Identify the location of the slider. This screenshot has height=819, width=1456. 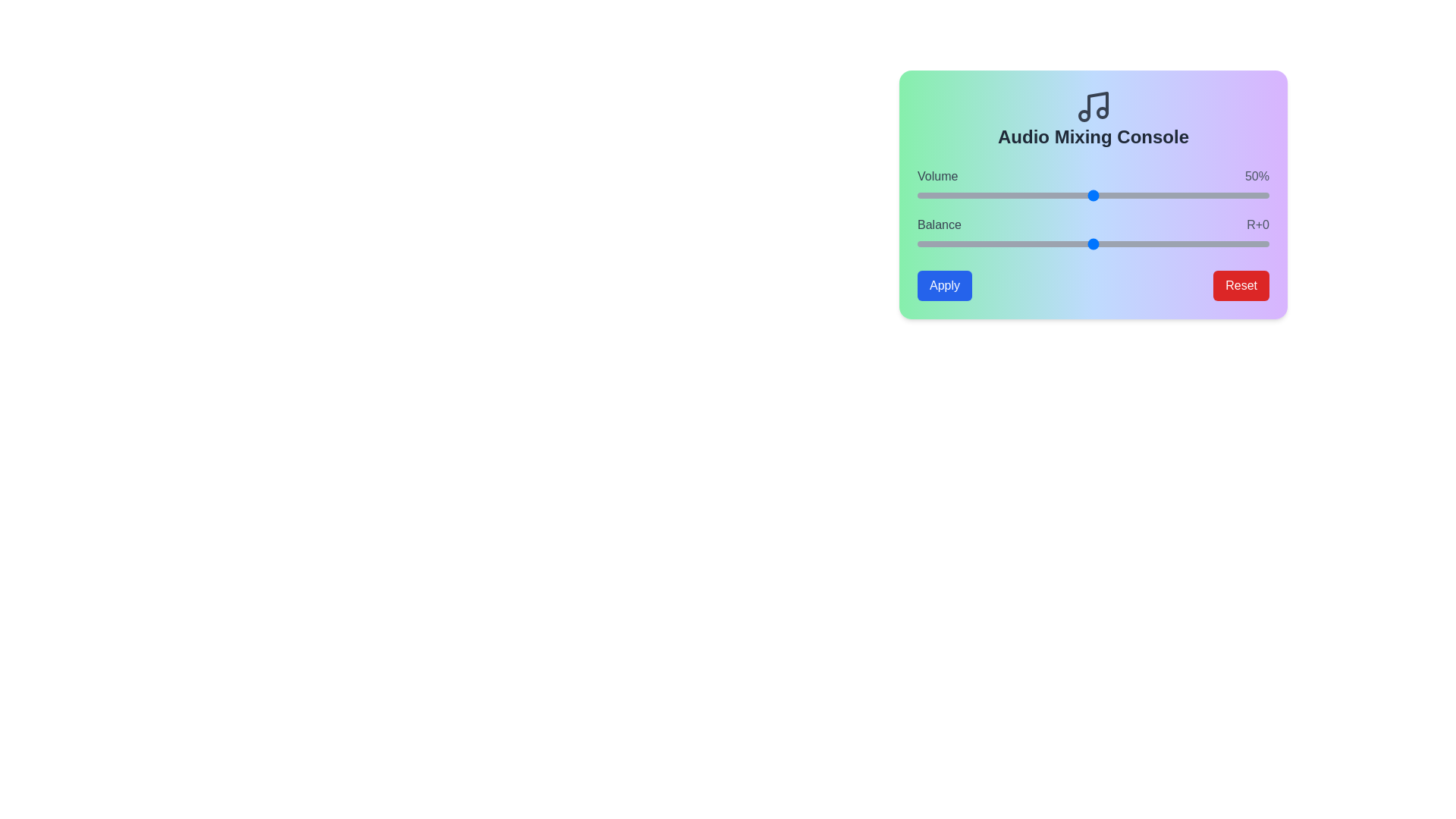
(1002, 195).